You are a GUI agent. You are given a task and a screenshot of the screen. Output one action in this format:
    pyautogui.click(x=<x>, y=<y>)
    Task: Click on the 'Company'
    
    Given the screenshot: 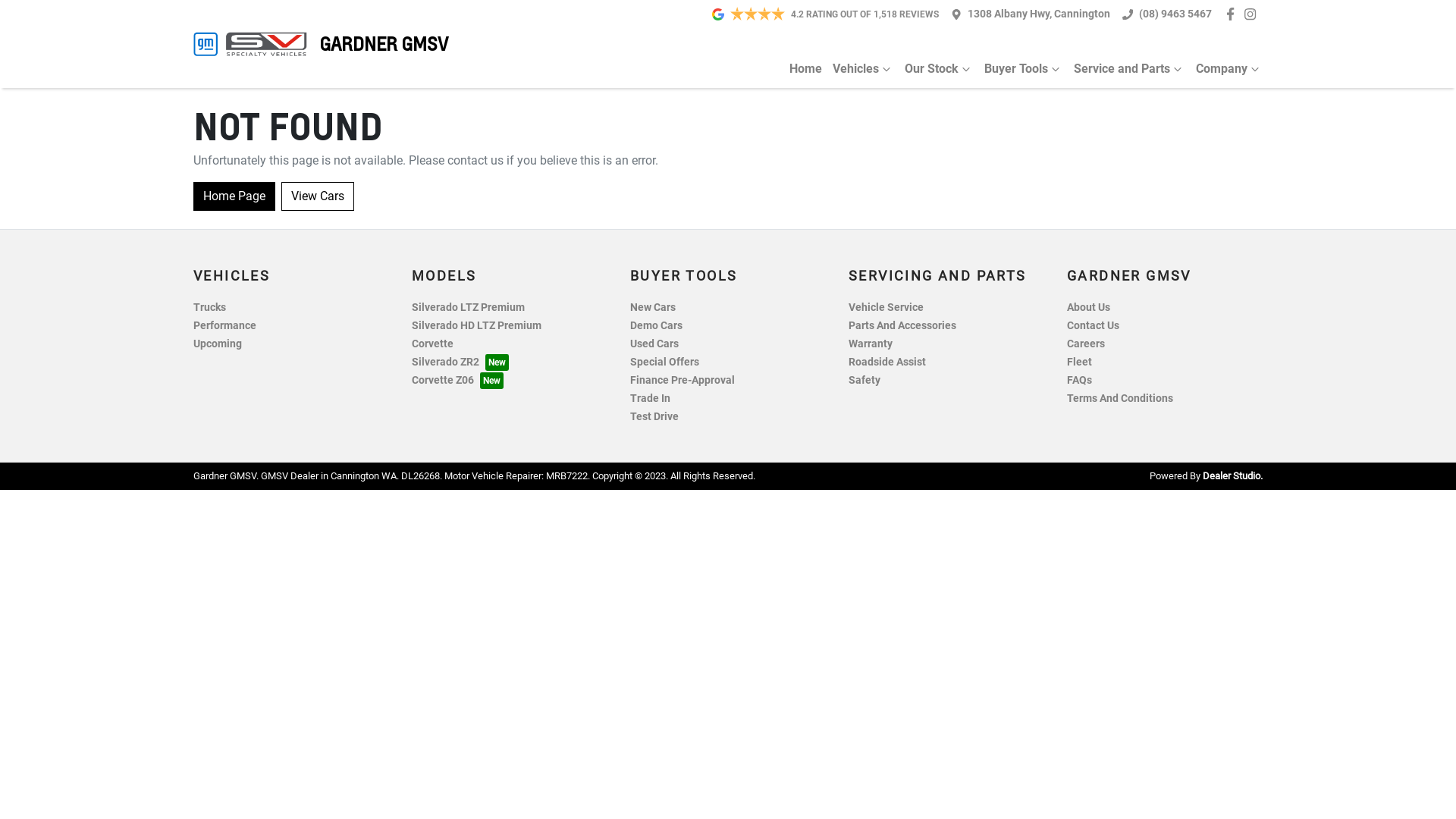 What is the action you would take?
    pyautogui.click(x=1223, y=69)
    